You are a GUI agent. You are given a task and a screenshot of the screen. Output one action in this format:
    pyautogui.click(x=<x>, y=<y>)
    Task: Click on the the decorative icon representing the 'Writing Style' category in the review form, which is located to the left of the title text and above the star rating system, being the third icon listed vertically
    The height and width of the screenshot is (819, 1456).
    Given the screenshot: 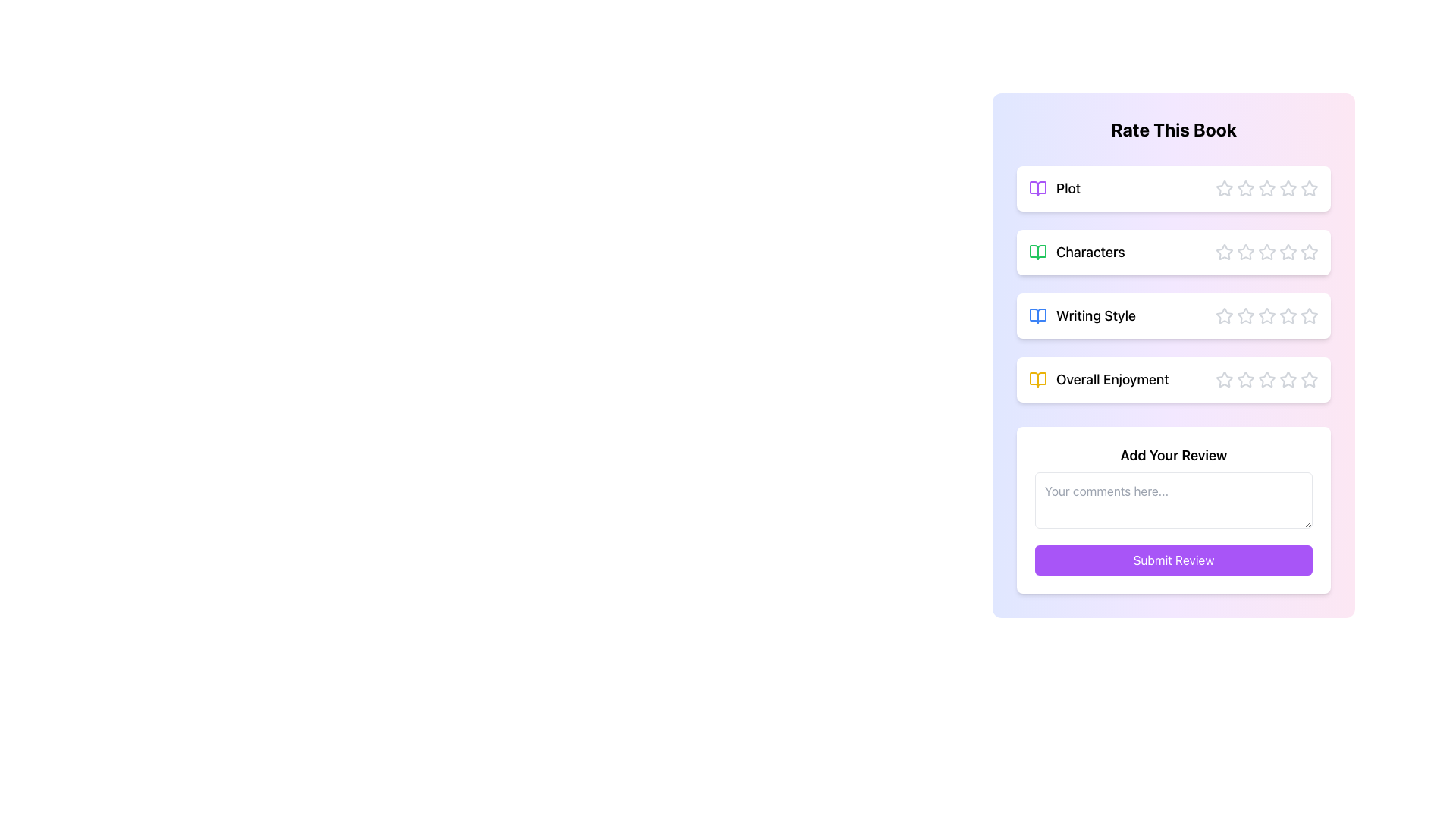 What is the action you would take?
    pyautogui.click(x=1037, y=315)
    